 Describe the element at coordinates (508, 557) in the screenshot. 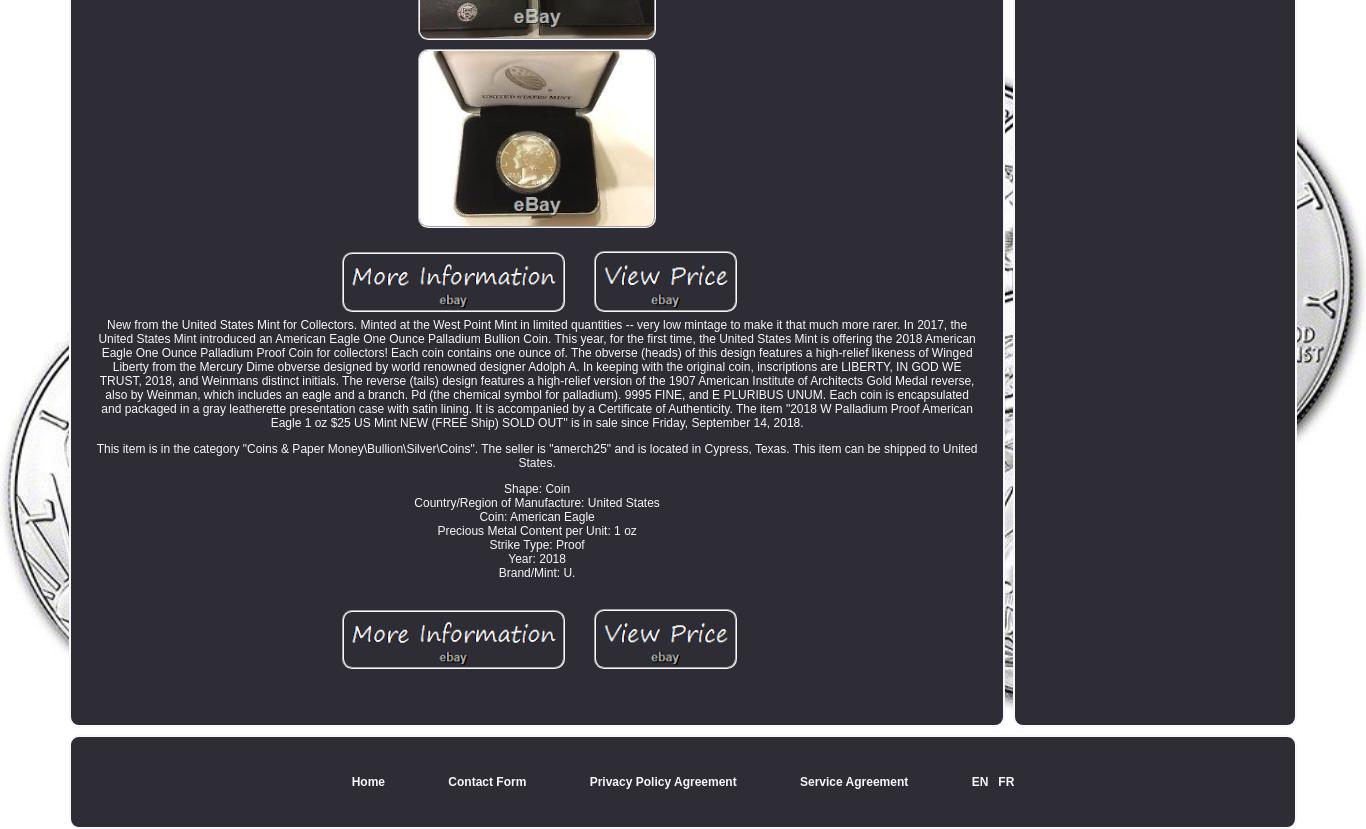

I see `'Year: 2018'` at that location.